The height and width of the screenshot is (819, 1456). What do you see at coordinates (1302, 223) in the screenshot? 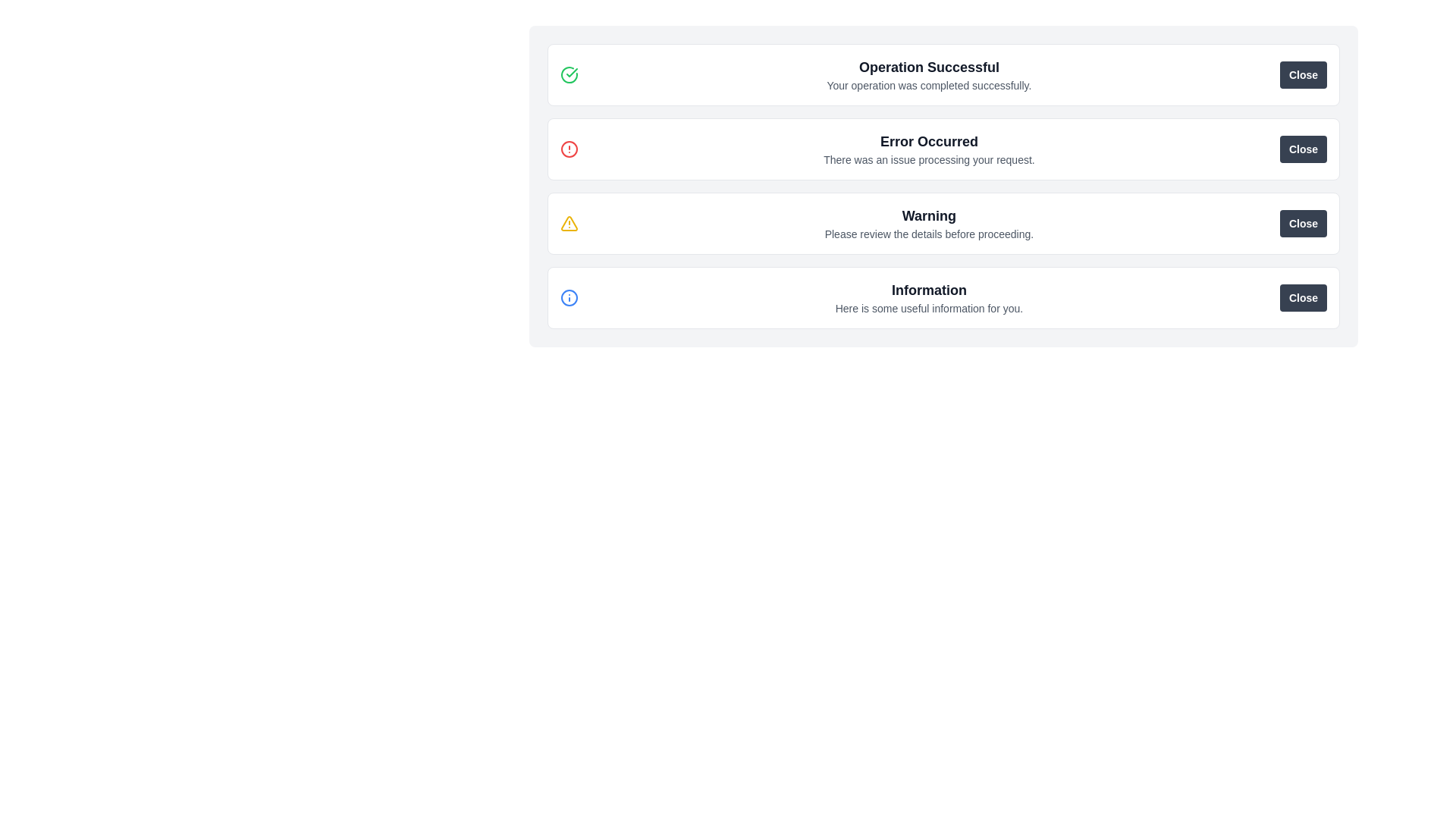
I see `the 'Close' button, which is labeled with white text on a dark gray background and located at the right end of the warning box` at bounding box center [1302, 223].